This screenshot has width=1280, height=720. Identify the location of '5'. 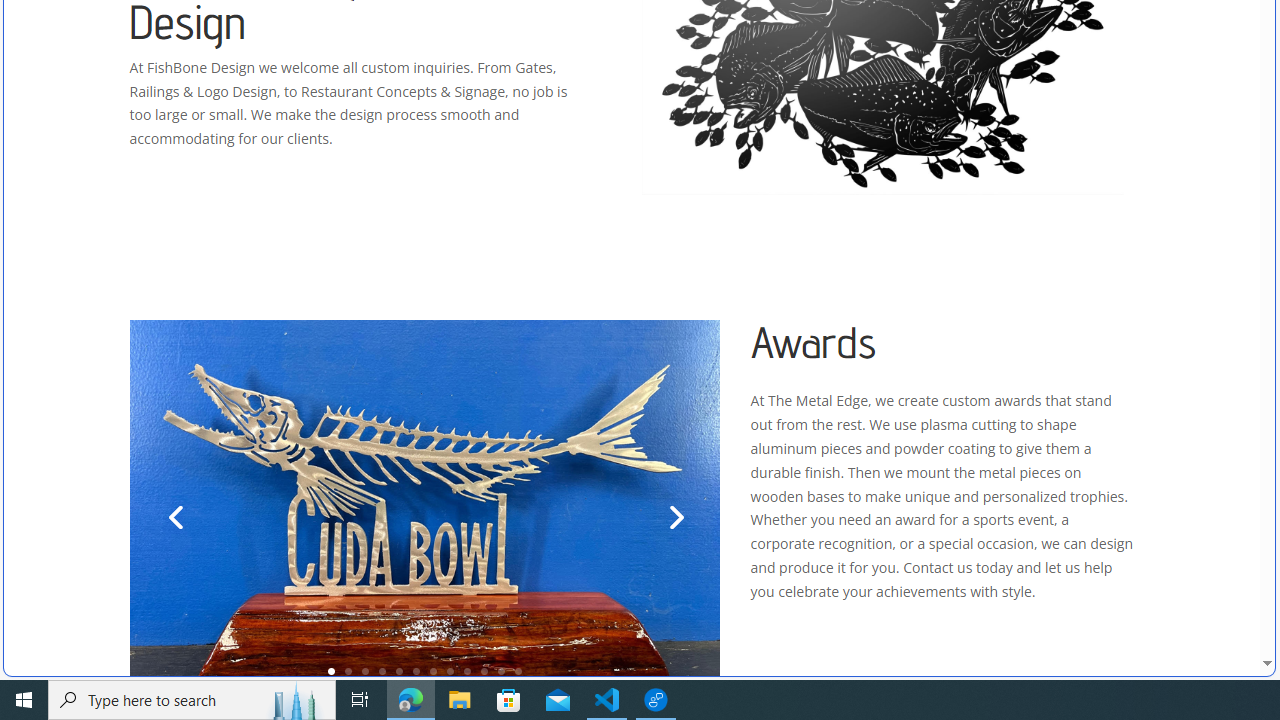
(399, 671).